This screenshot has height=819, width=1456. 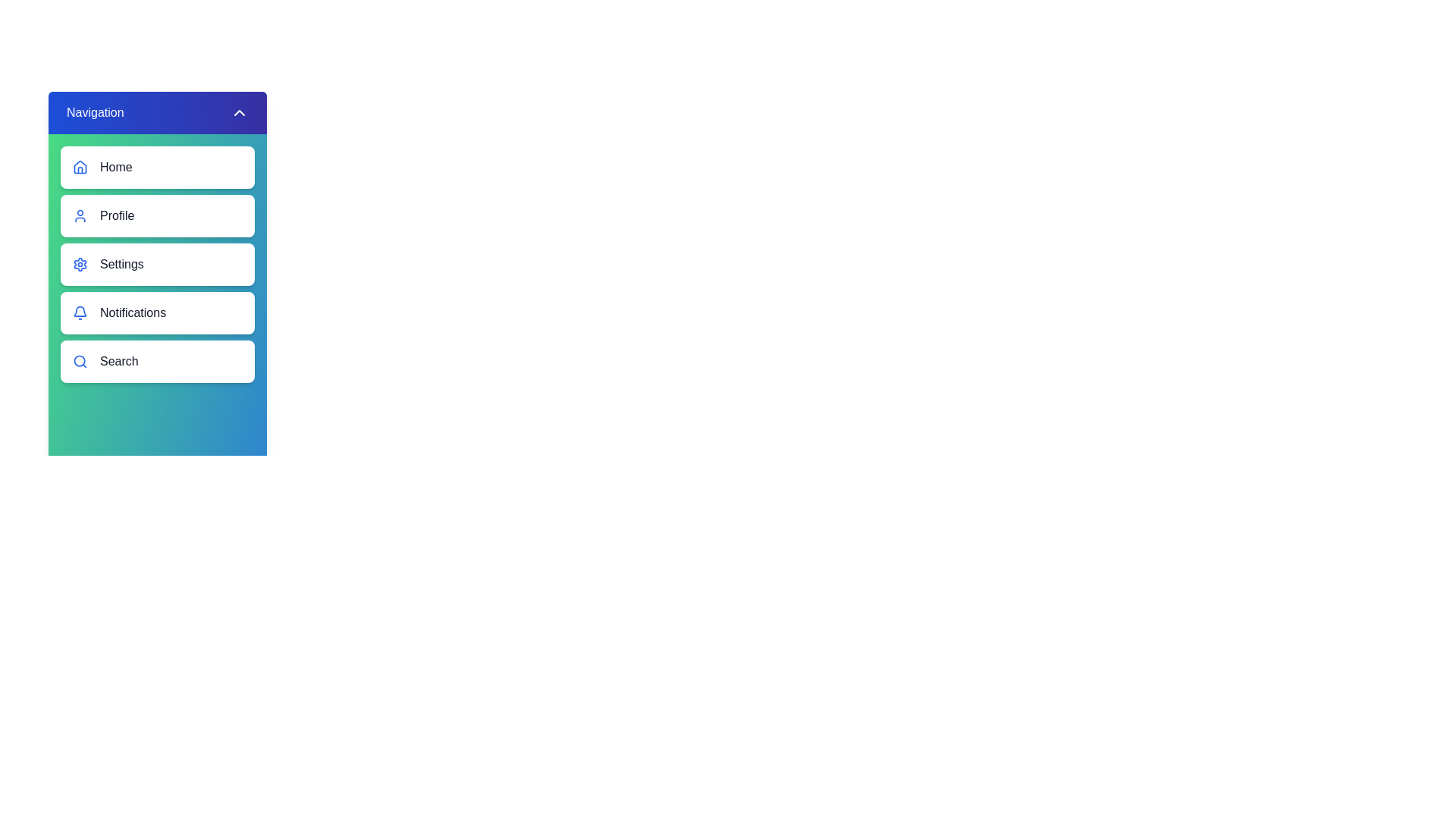 What do you see at coordinates (157, 263) in the screenshot?
I see `the 'Settings' button in the sidebar navigation menu to trigger the hover effect` at bounding box center [157, 263].